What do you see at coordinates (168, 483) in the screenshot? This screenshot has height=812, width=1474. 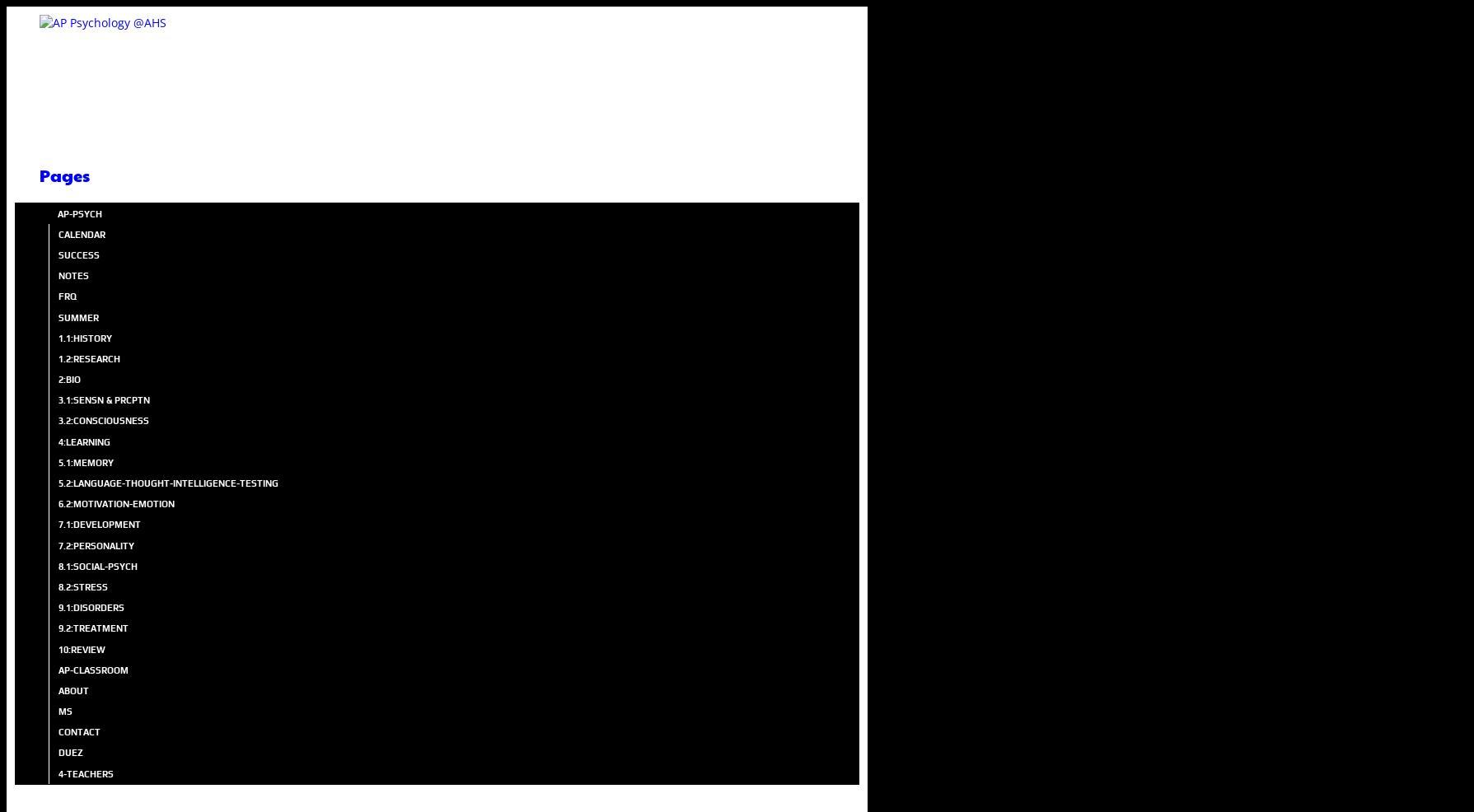 I see `'5.2:LANGUAGE-THOUGHT-INTELLIGENCE-TESTING'` at bounding box center [168, 483].